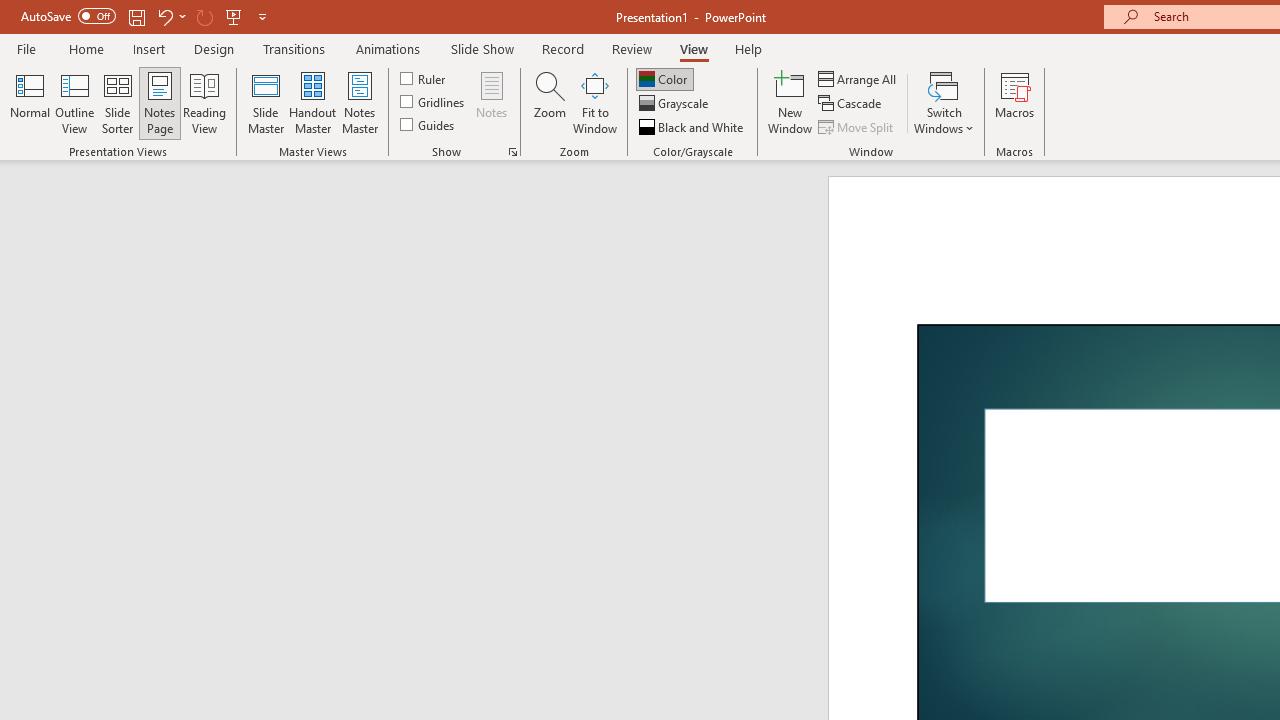 The image size is (1280, 720). I want to click on 'Notes', so click(492, 103).